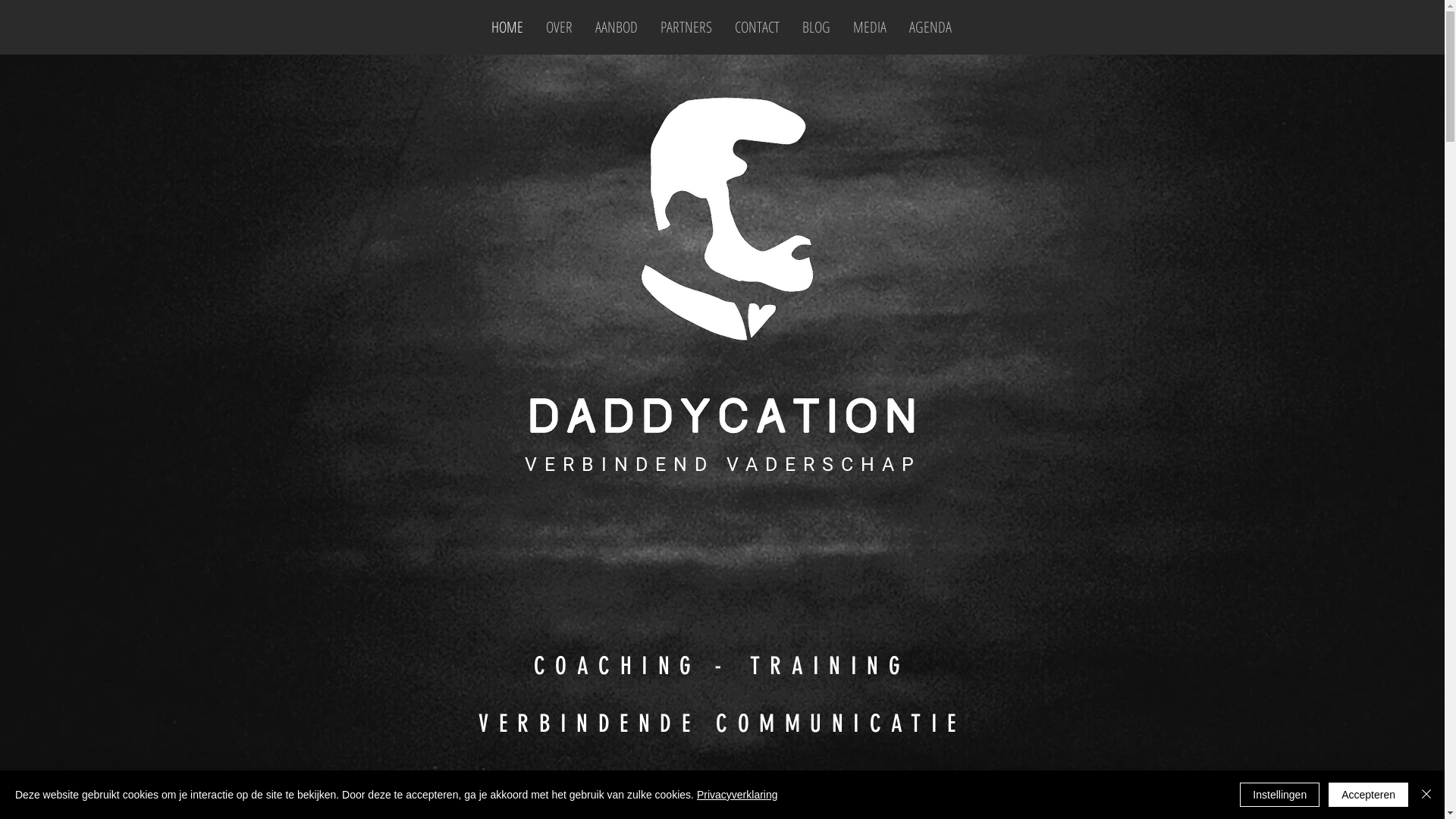 This screenshot has height=819, width=1456. What do you see at coordinates (930, 27) in the screenshot?
I see `'AGENDA'` at bounding box center [930, 27].